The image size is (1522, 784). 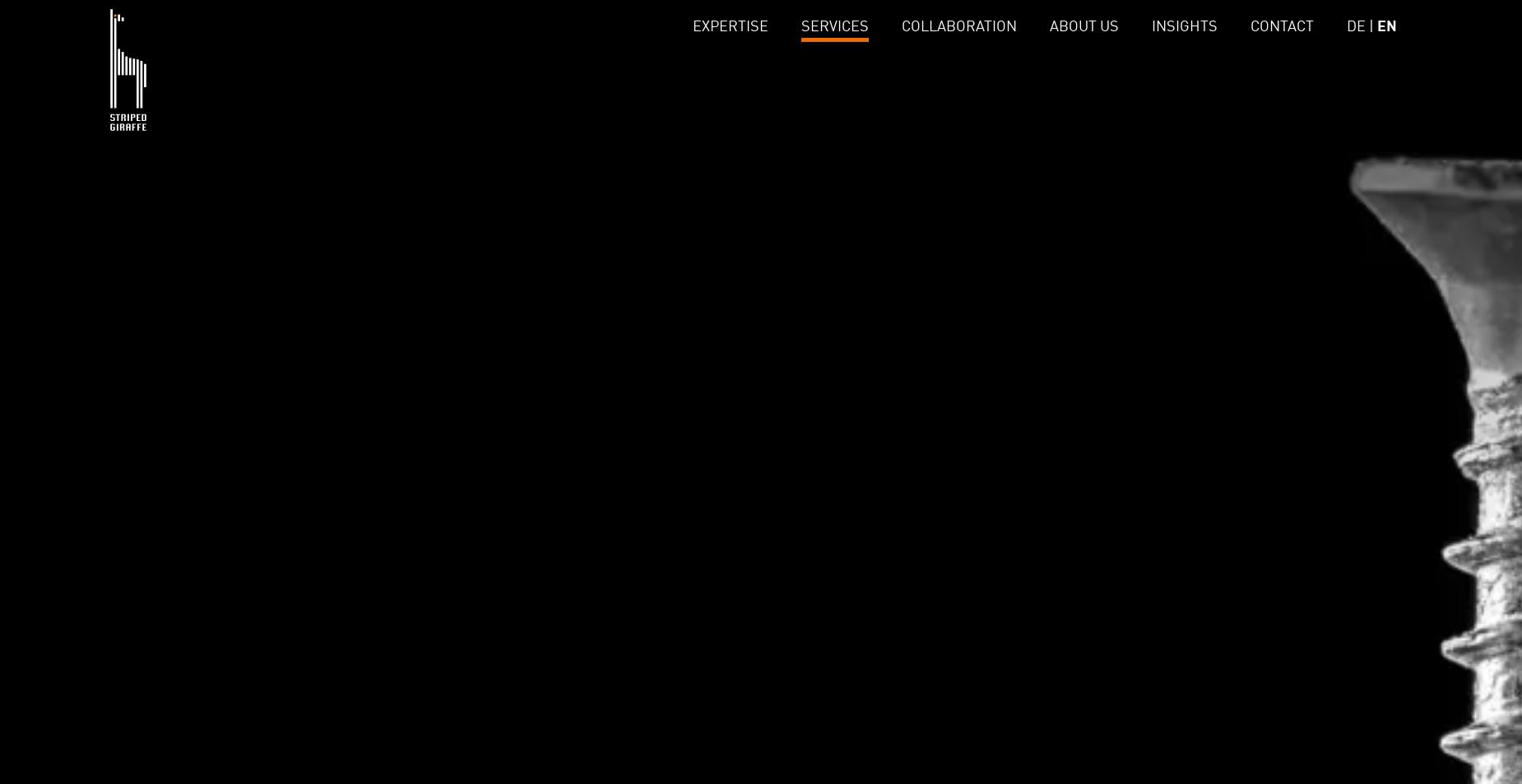 What do you see at coordinates (957, 26) in the screenshot?
I see `'Collaboration'` at bounding box center [957, 26].